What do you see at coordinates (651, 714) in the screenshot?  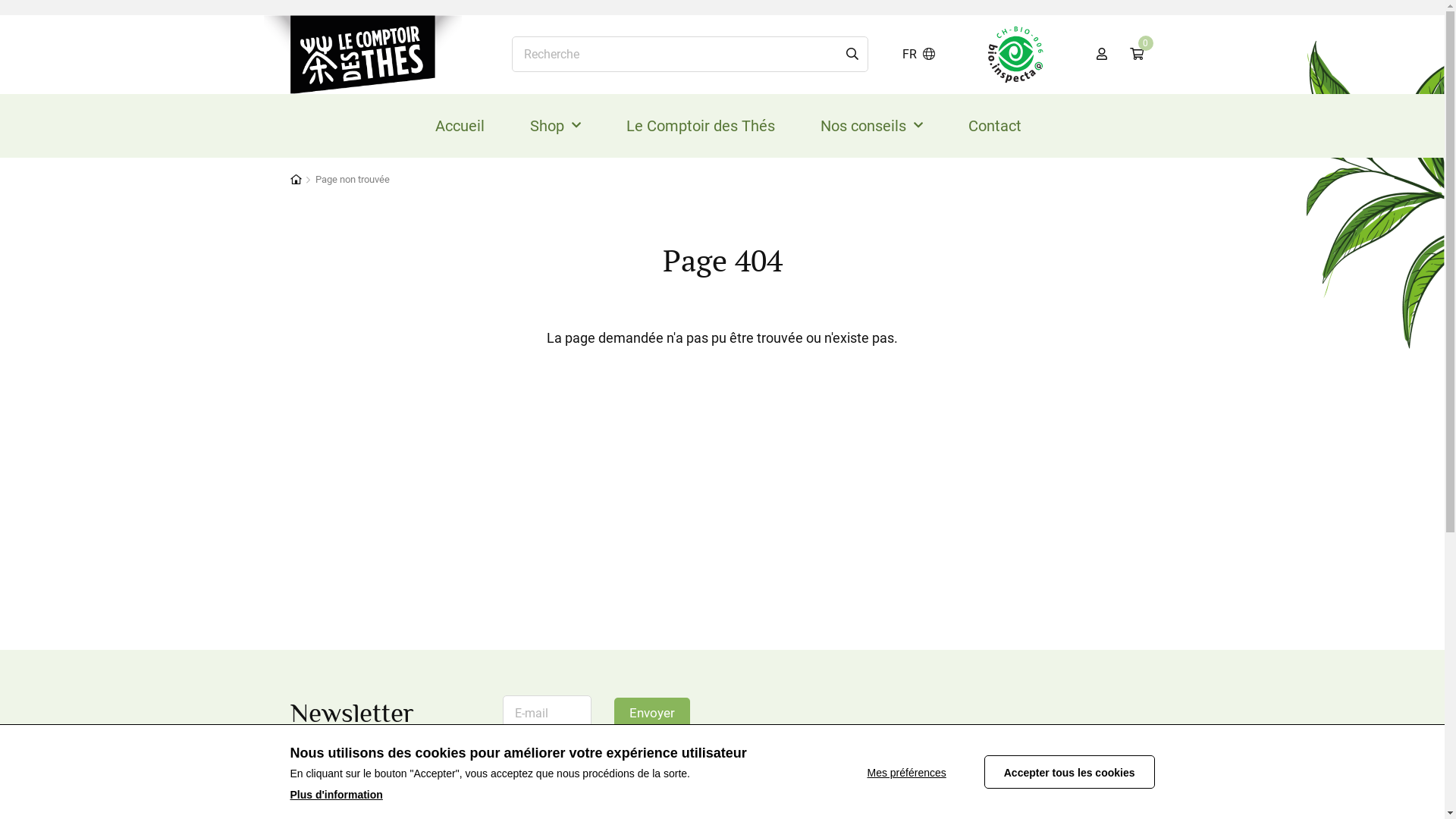 I see `'Envoyer'` at bounding box center [651, 714].